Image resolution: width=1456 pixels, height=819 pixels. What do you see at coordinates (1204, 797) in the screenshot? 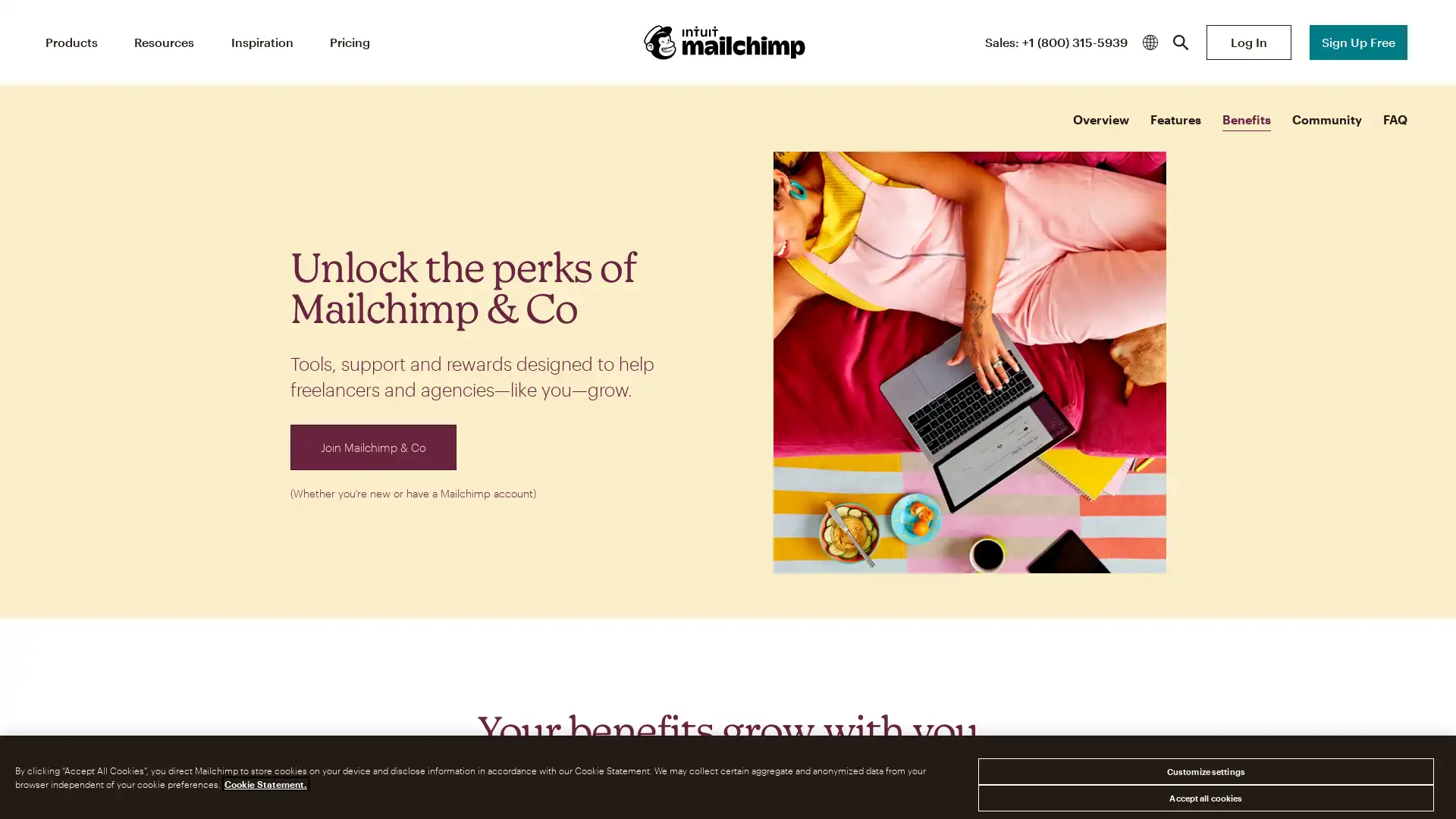
I see `Accept all cookies` at bounding box center [1204, 797].